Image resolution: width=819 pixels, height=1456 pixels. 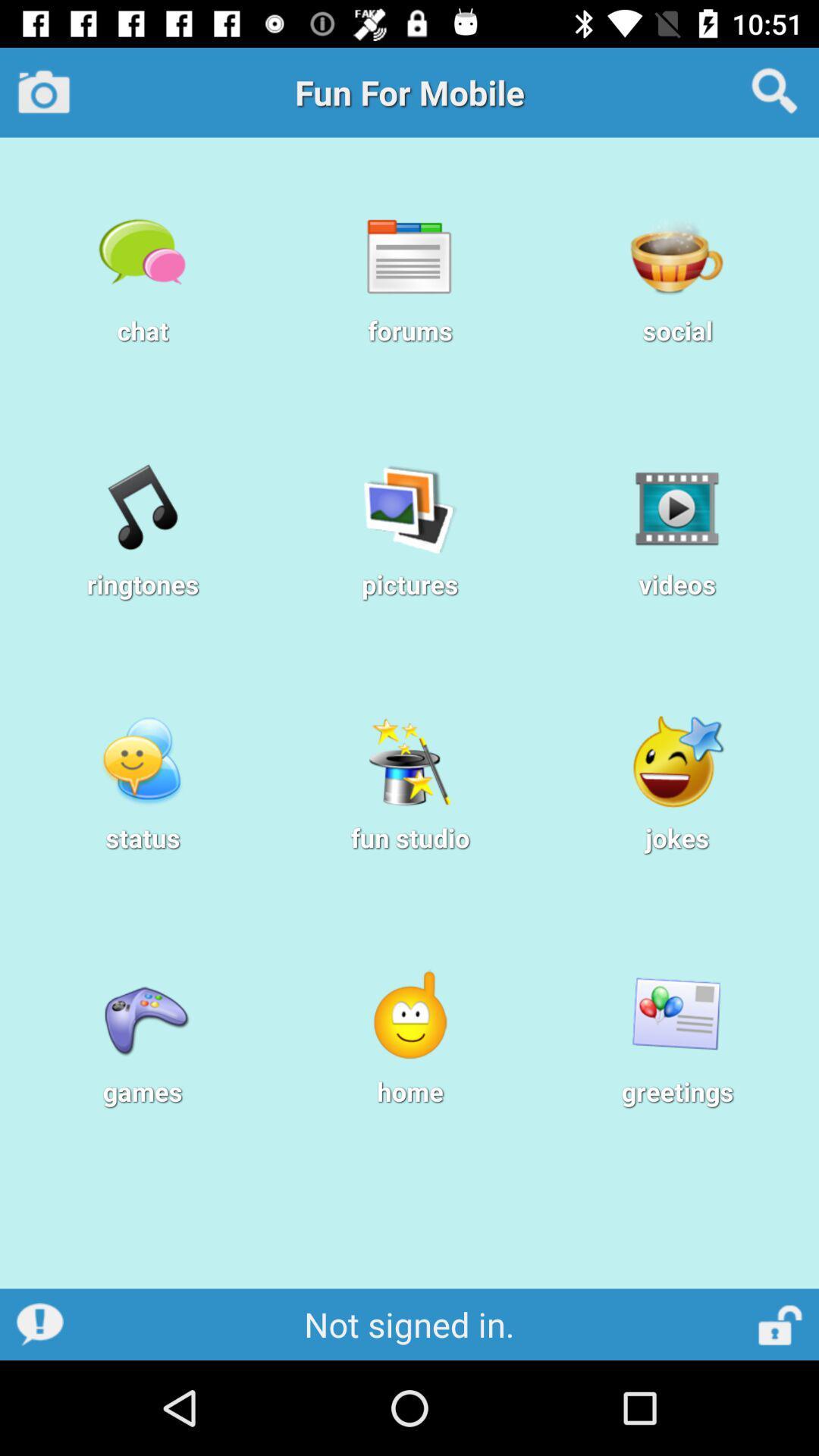 What do you see at coordinates (781, 1323) in the screenshot?
I see `the app next to not signed in. item` at bounding box center [781, 1323].